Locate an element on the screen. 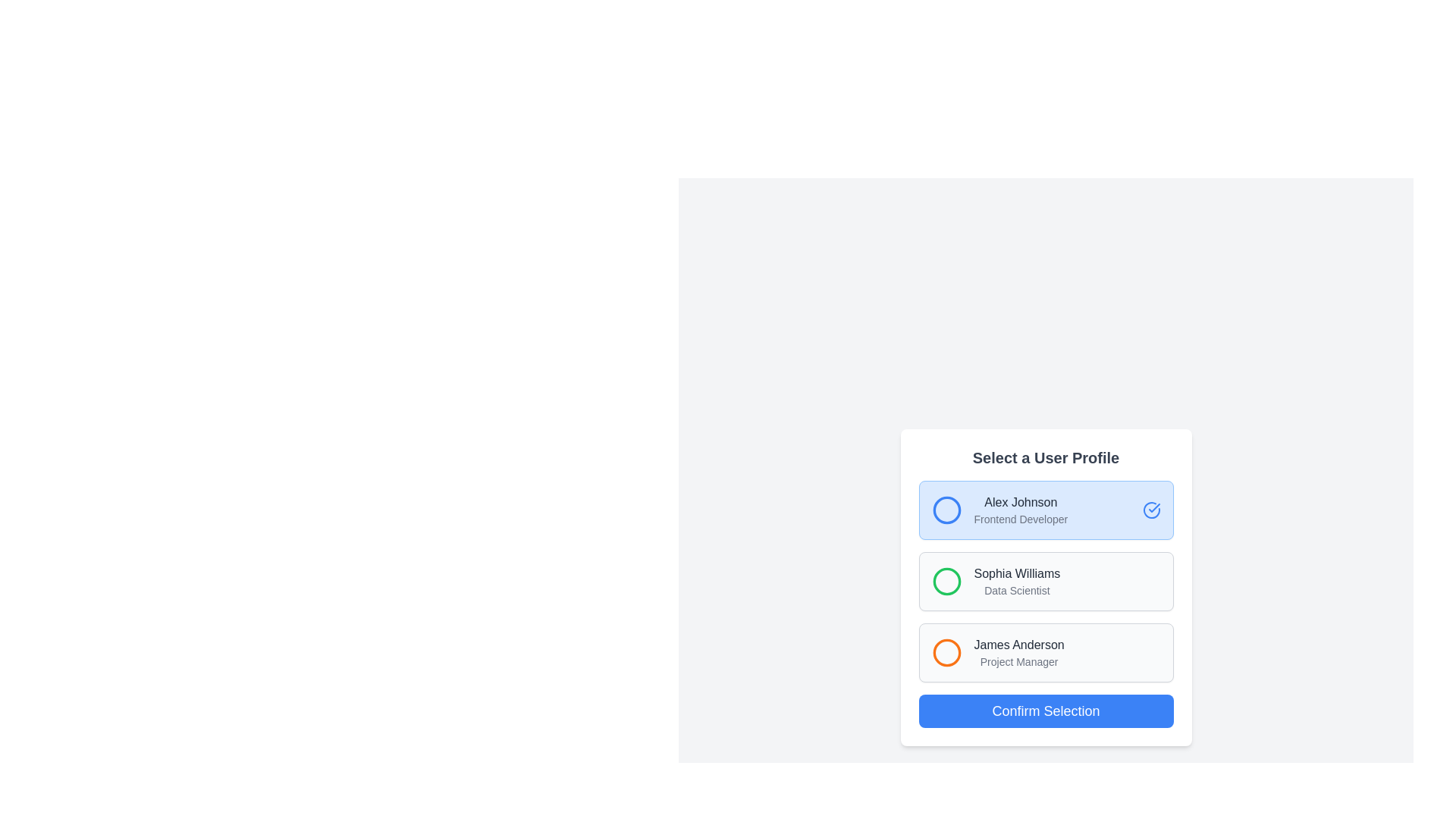 This screenshot has width=1456, height=819. SVG circle element that serves as a visual indicator for the user profile option labeled 'James Anderson - Project Manager' by clicking on its center point is located at coordinates (946, 651).